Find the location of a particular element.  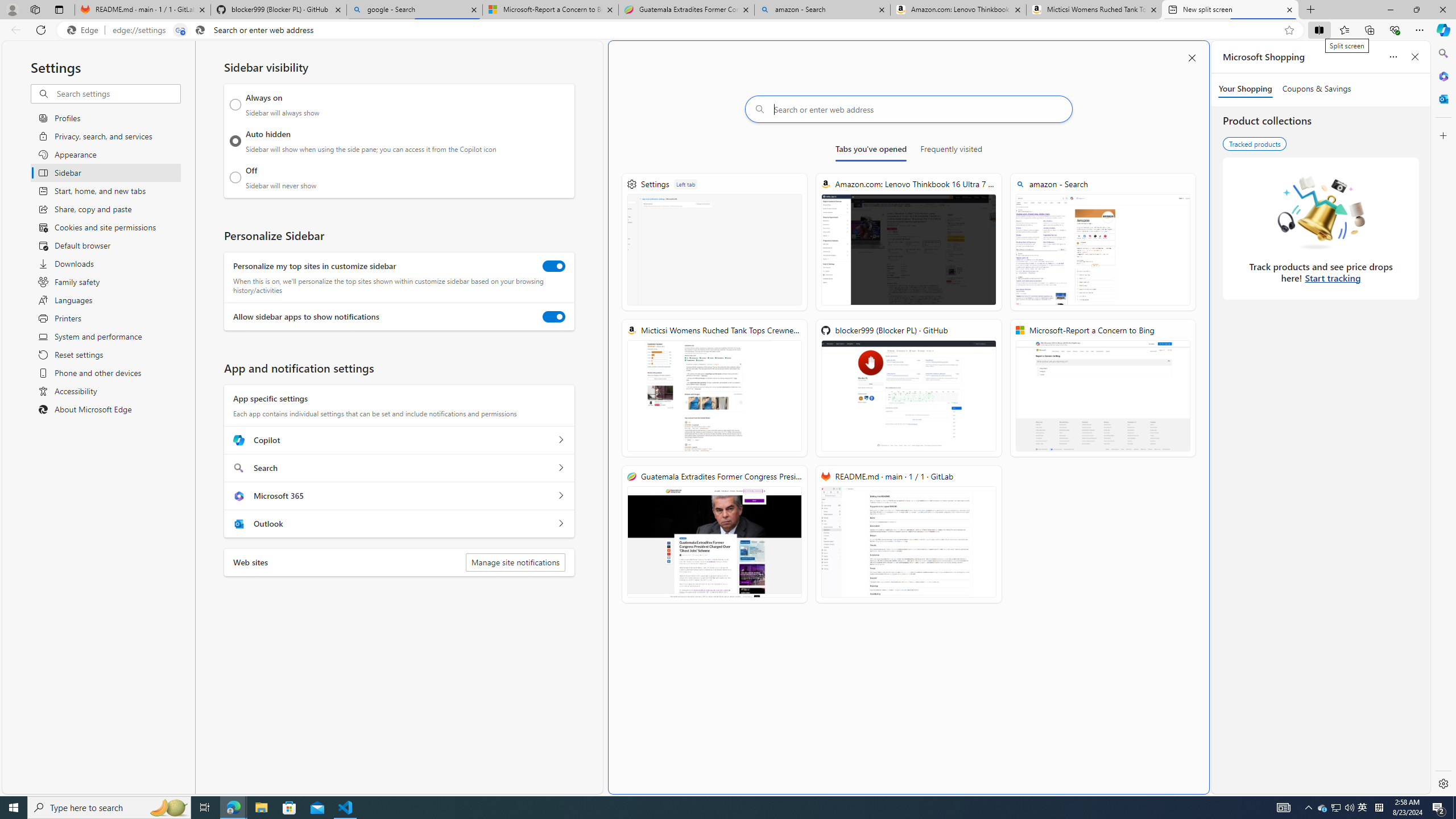

'Manage site notifications' is located at coordinates (515, 562).